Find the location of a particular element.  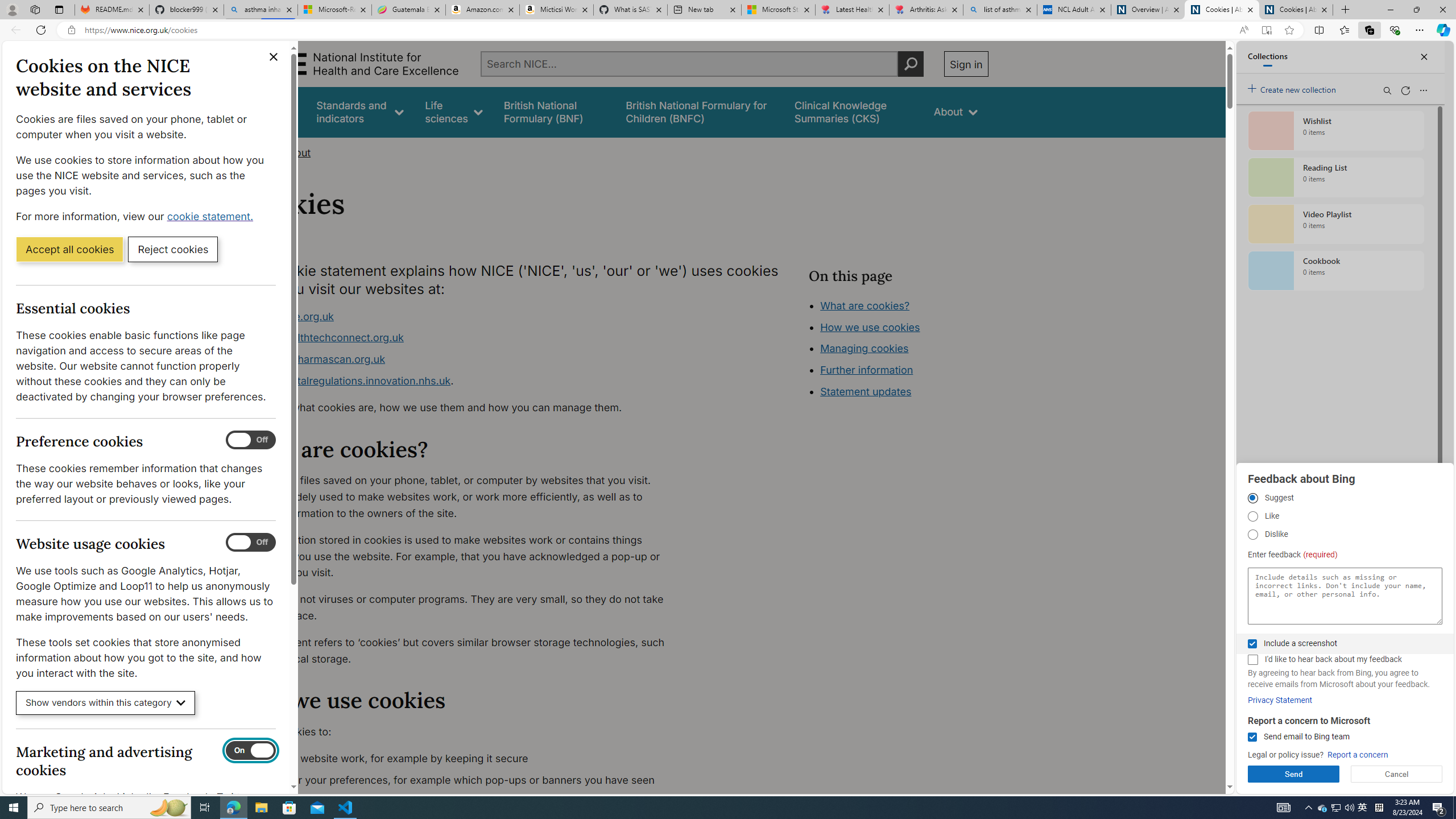

'Website usage cookies' is located at coordinates (250, 542).